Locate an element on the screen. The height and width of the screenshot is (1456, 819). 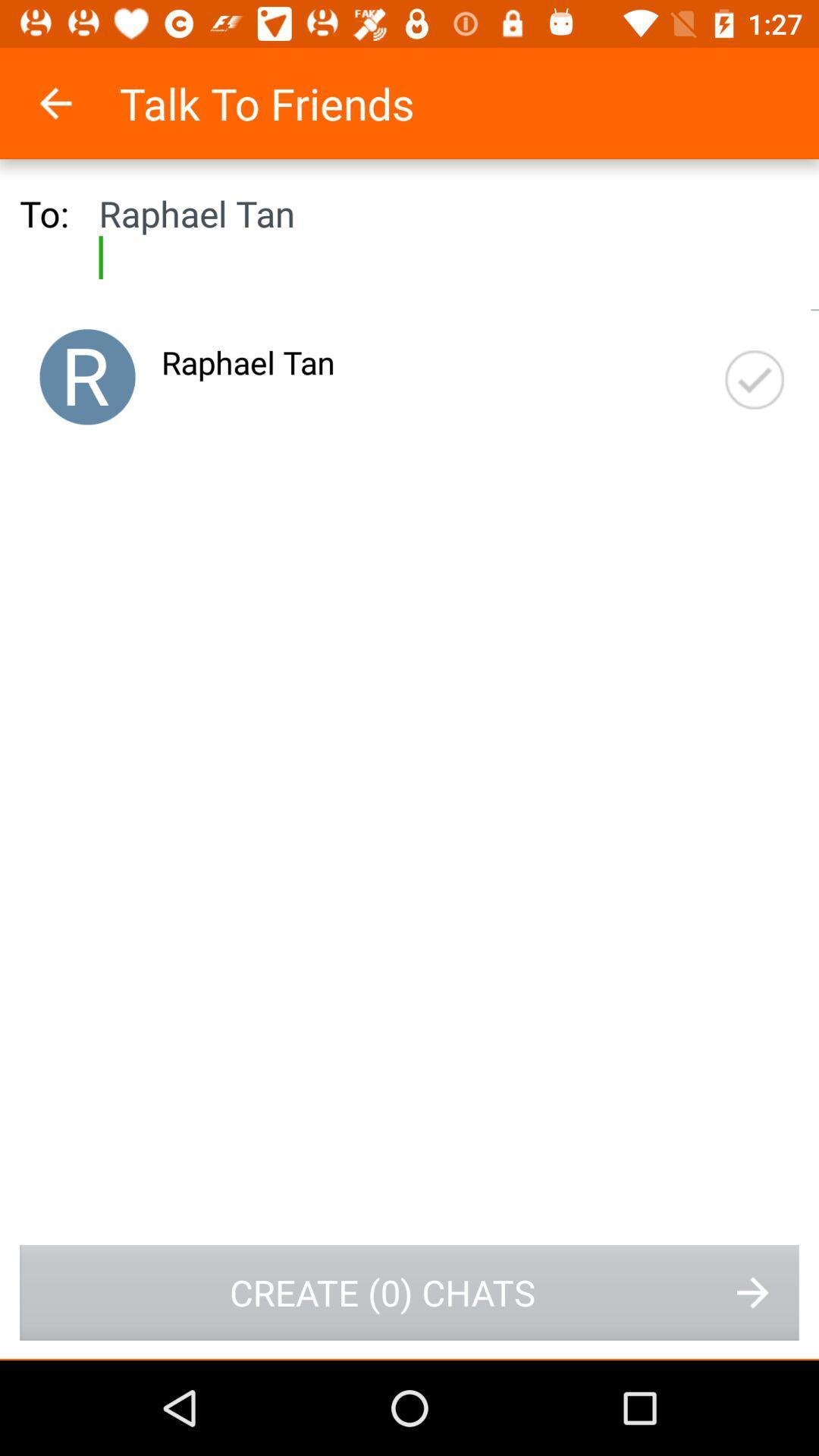
icon to the right of the raphael tan is located at coordinates (755, 380).